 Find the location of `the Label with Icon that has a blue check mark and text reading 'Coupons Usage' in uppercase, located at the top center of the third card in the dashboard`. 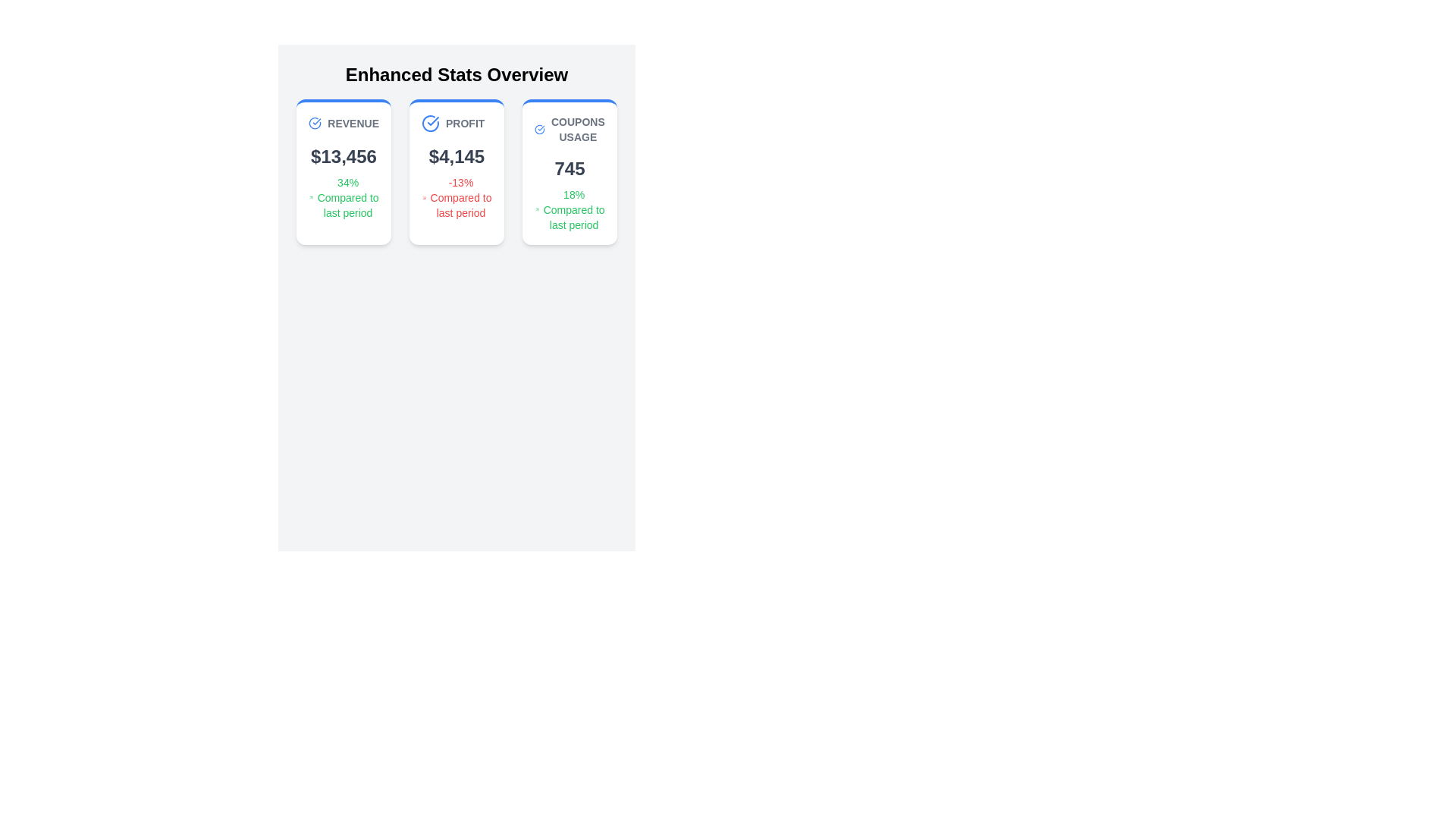

the Label with Icon that has a blue check mark and text reading 'Coupons Usage' in uppercase, located at the top center of the third card in the dashboard is located at coordinates (569, 128).